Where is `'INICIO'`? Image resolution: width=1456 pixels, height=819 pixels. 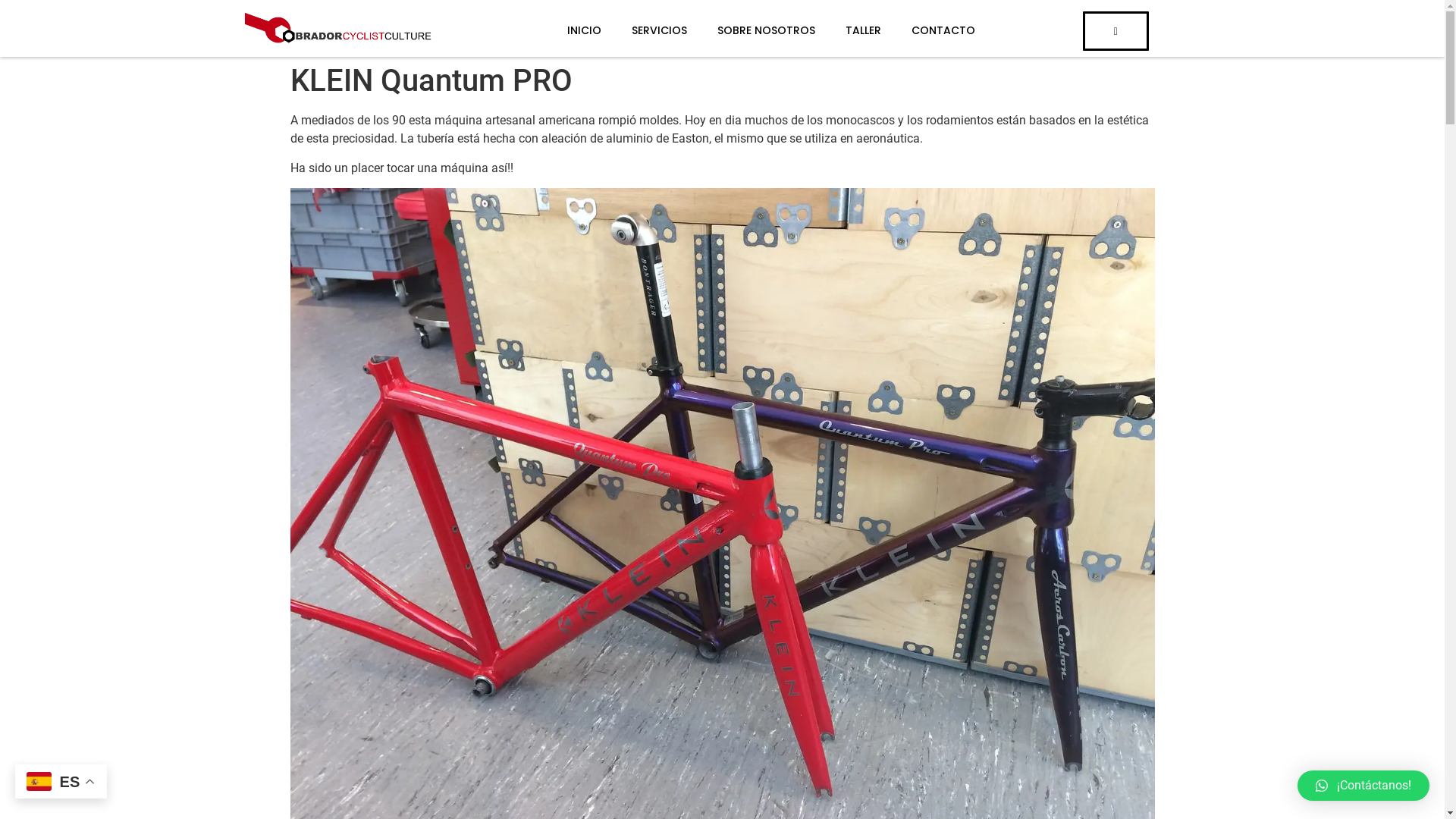
'INICIO' is located at coordinates (568, 30).